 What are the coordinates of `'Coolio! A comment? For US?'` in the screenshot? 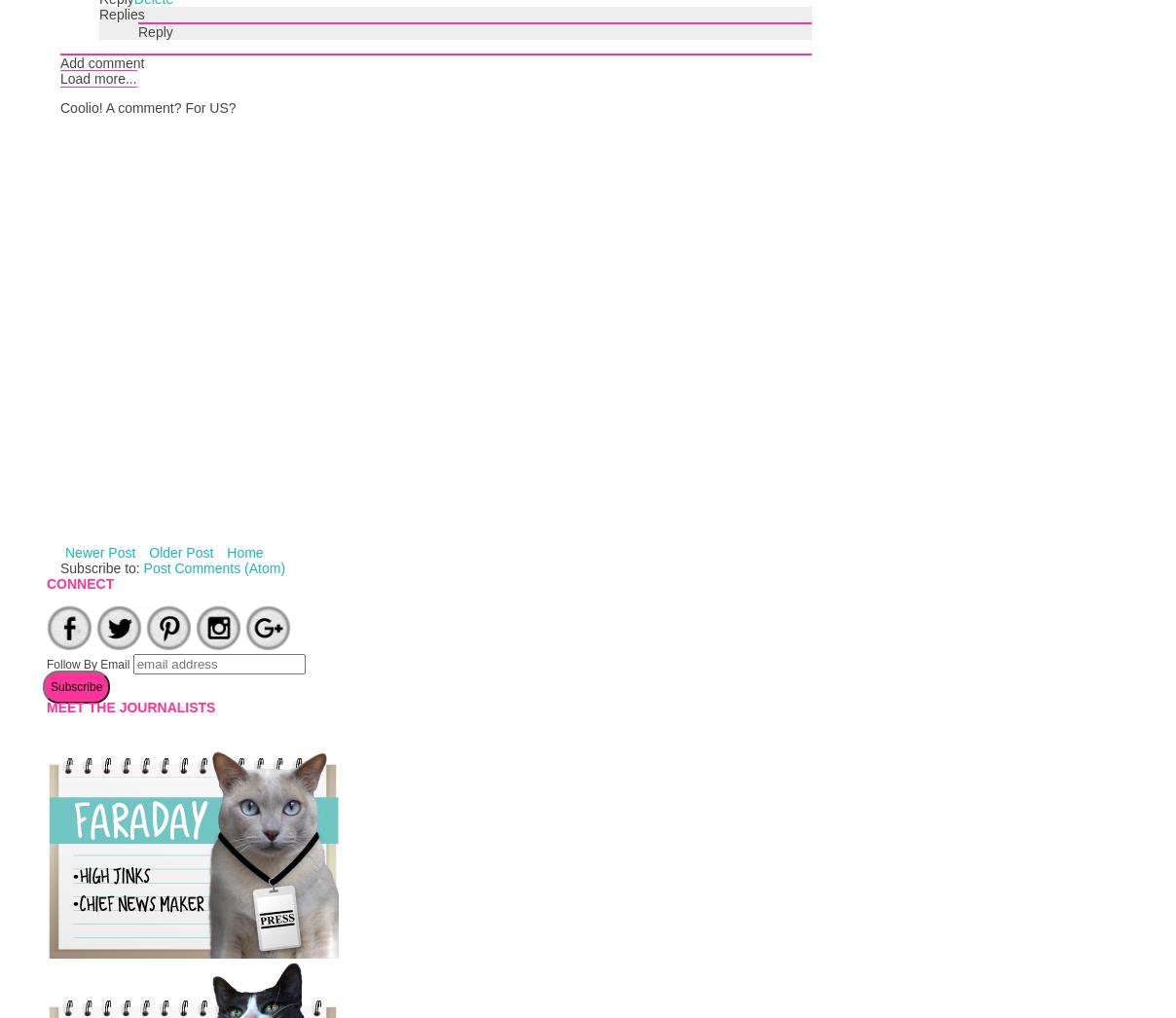 It's located at (146, 106).